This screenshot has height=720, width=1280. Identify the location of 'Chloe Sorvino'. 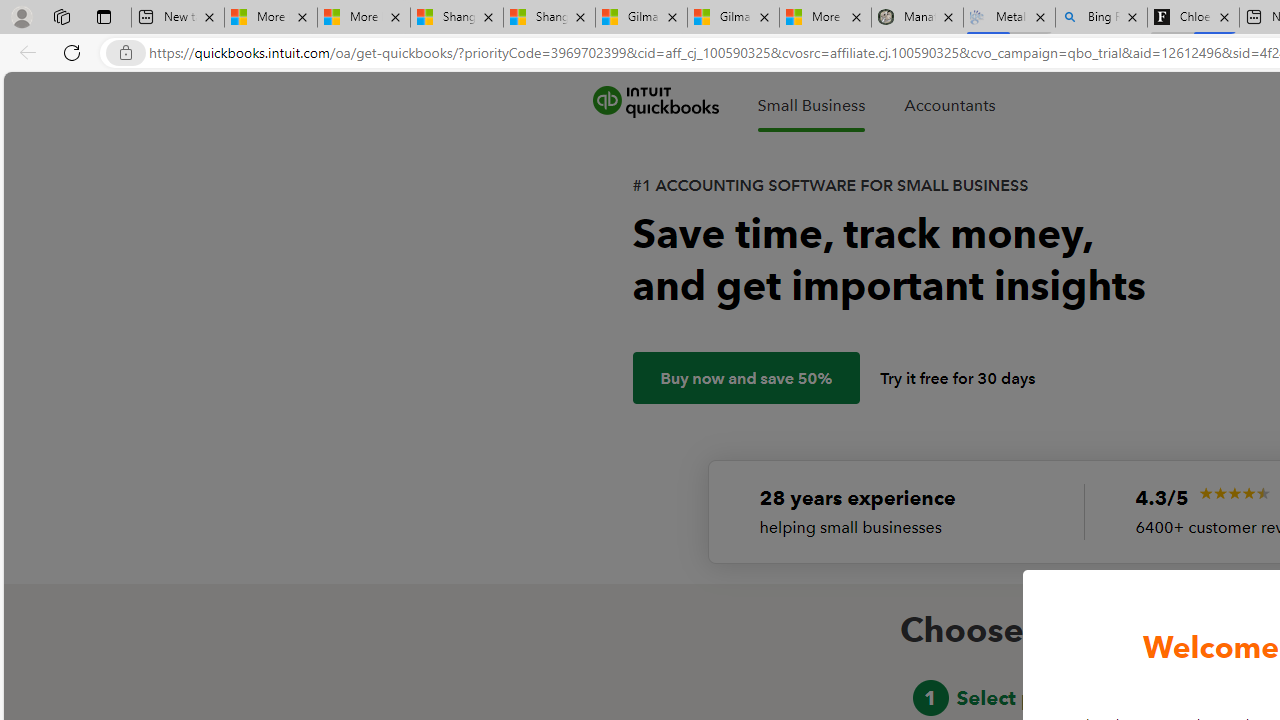
(1193, 17).